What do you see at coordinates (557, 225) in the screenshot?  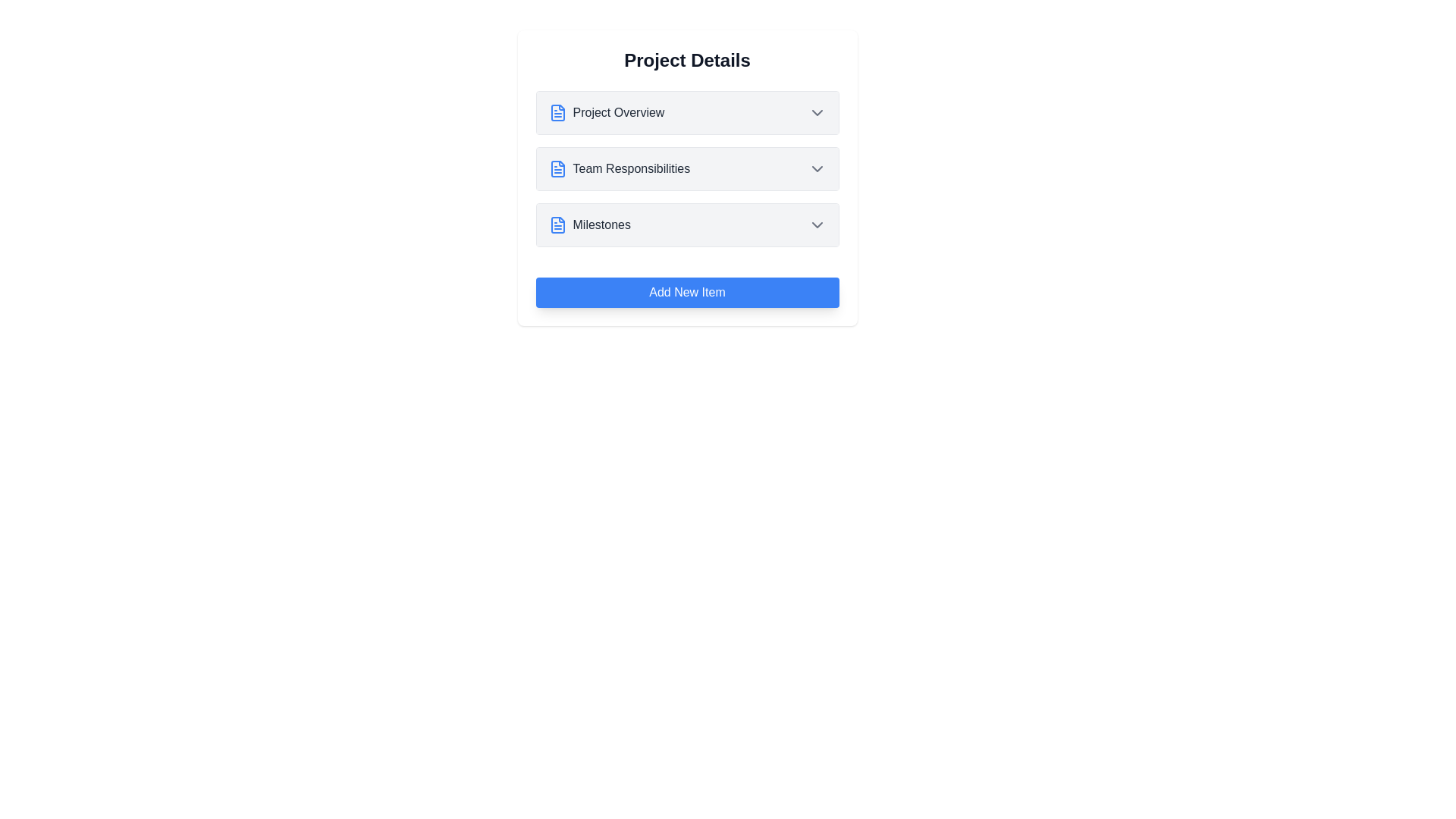 I see `the icon next to the item title Milestones` at bounding box center [557, 225].